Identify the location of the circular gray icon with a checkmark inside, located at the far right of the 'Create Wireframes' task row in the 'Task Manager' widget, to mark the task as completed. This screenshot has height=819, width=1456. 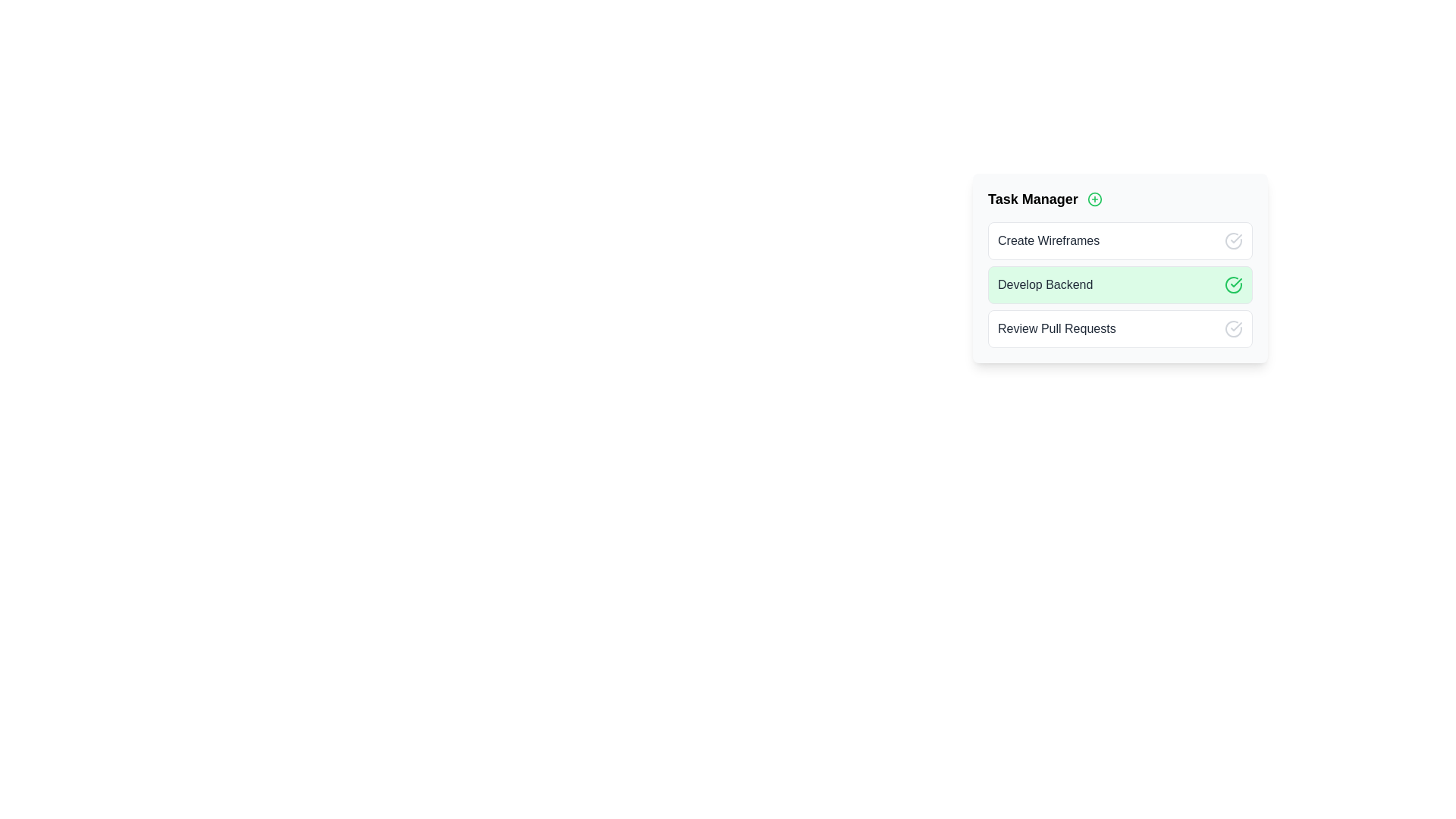
(1234, 240).